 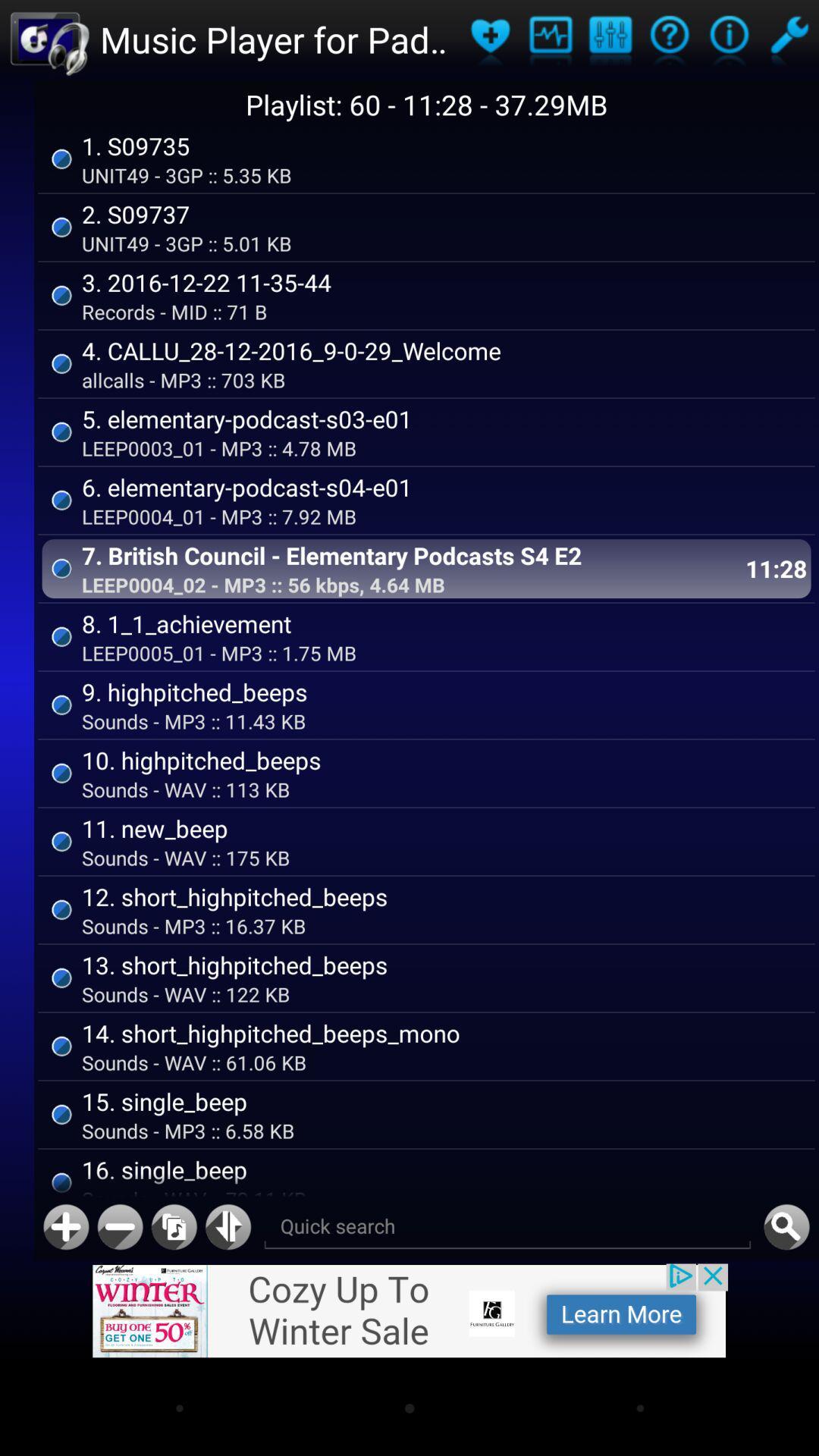 I want to click on a new track to playlist, so click(x=65, y=1227).